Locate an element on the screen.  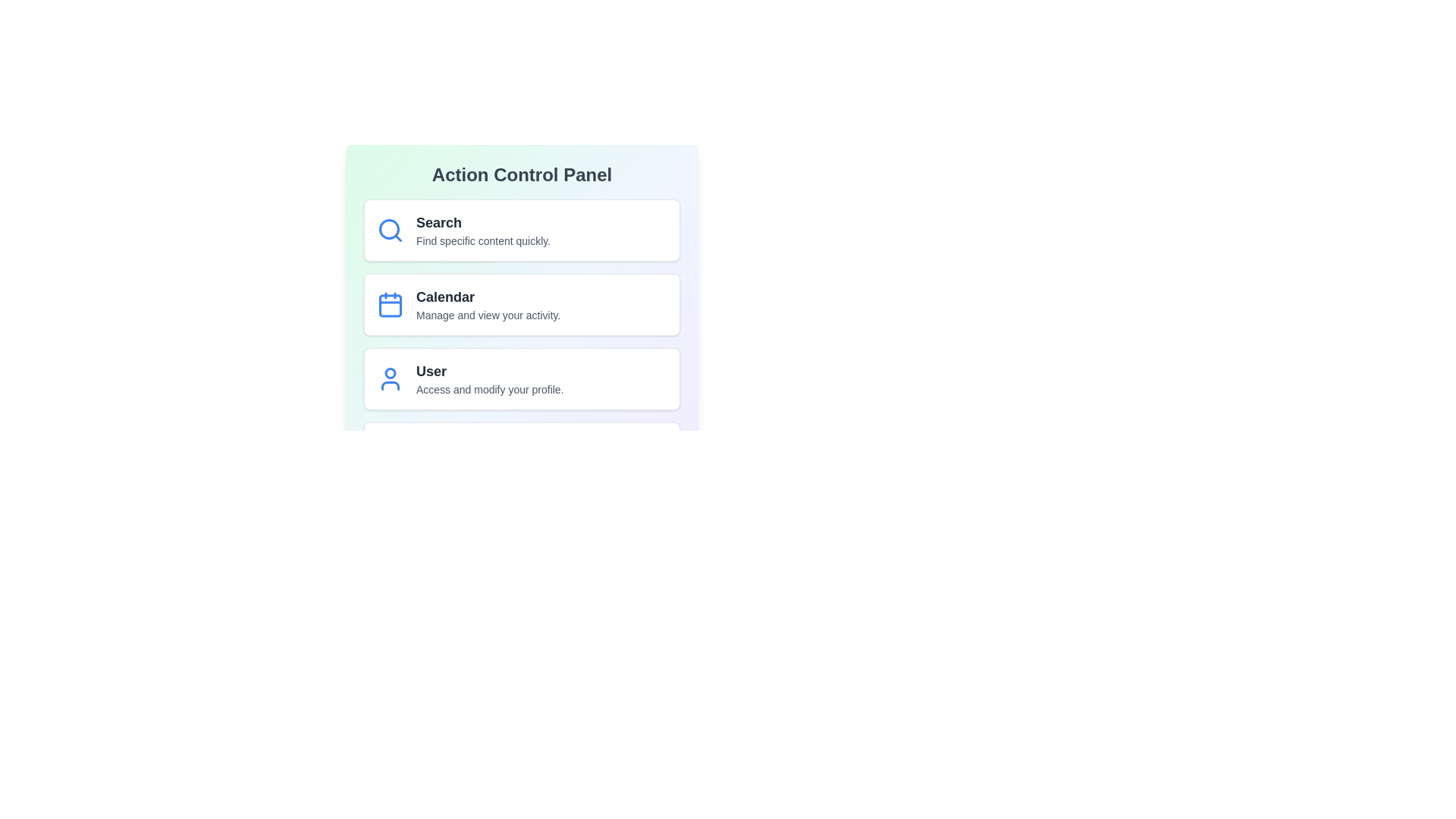
the text label or heading located at the top center of the card-like section that provides a descriptive title for the section and includes various actions or controls is located at coordinates (522, 174).